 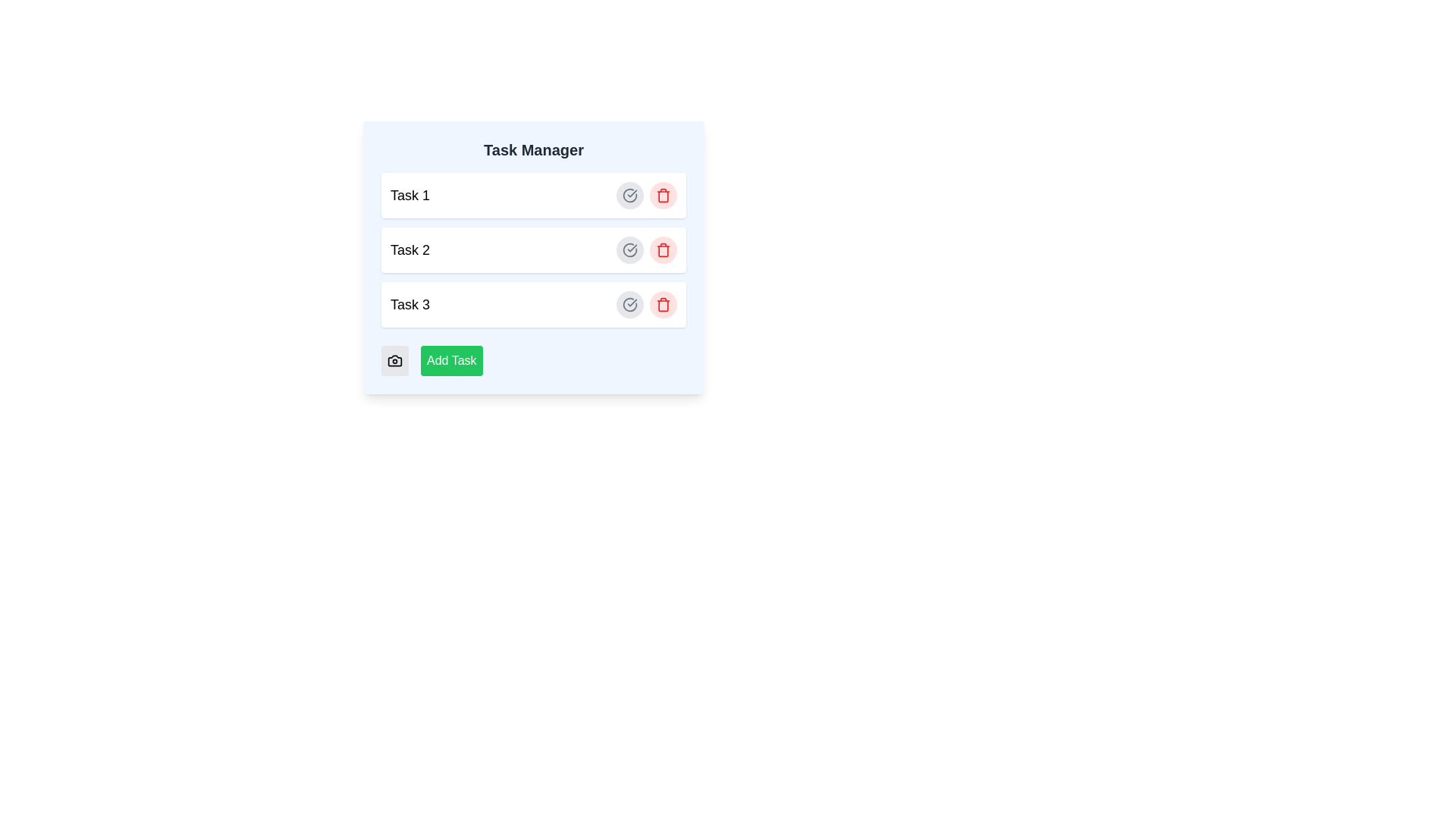 What do you see at coordinates (663, 304) in the screenshot?
I see `the delete icon button located on the far-right side of 'Task 3', which has a light red background and signifies a delete operation` at bounding box center [663, 304].